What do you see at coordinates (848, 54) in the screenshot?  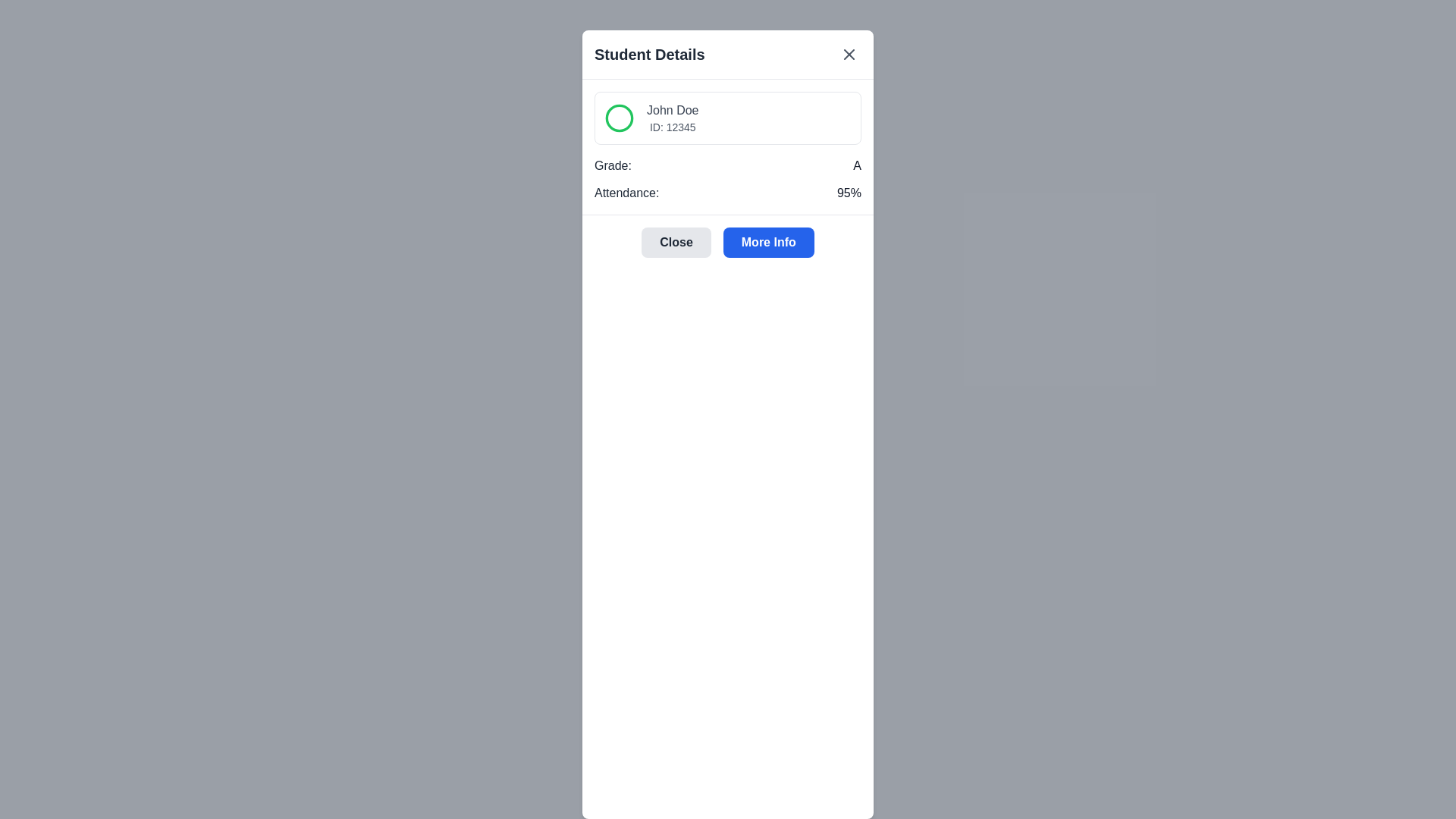 I see `the circular button with a dark gray 'X' icon located at the top-right corner of the 'Student Details' modal header` at bounding box center [848, 54].